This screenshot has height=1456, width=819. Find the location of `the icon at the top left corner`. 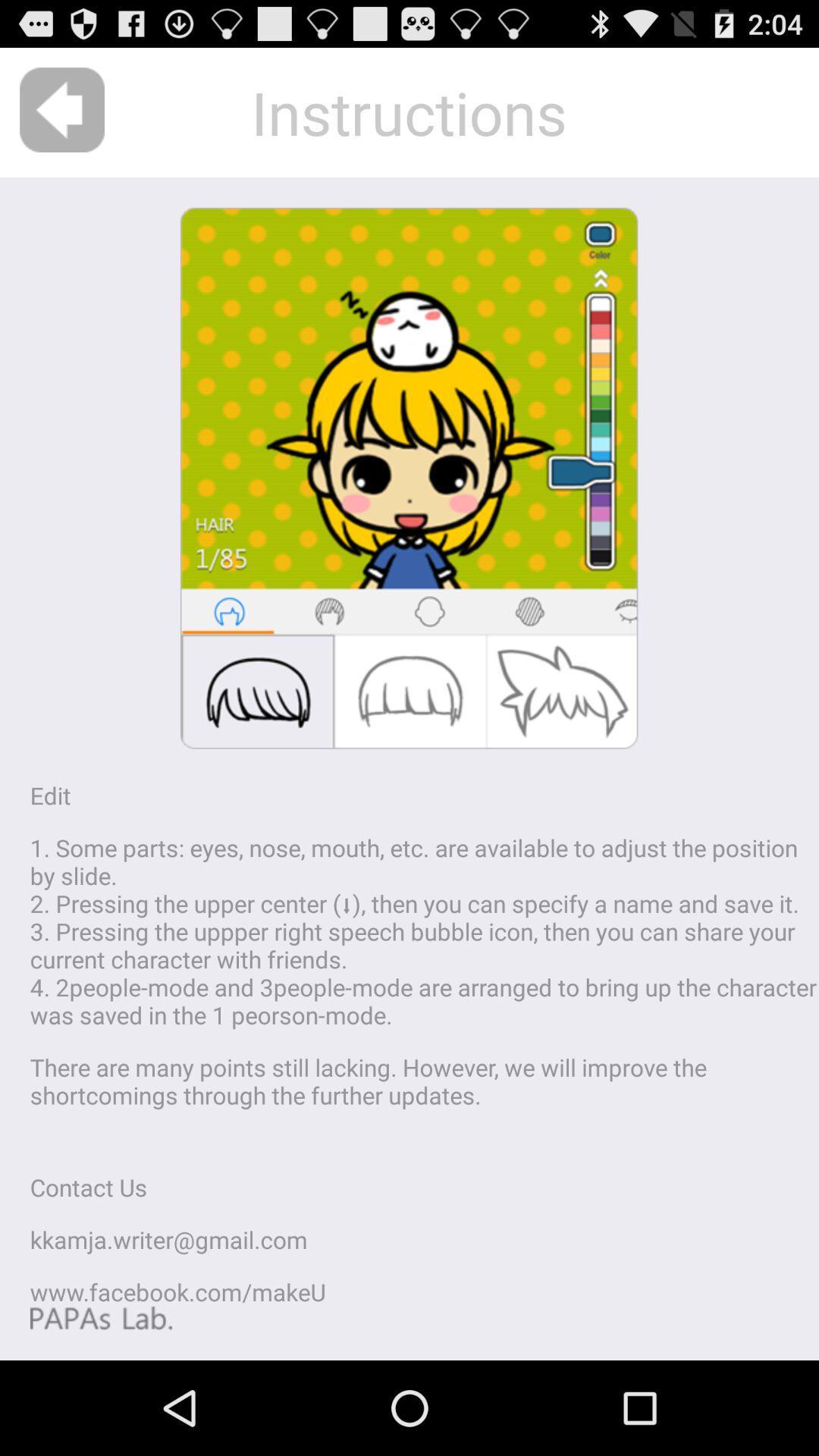

the icon at the top left corner is located at coordinates (61, 109).